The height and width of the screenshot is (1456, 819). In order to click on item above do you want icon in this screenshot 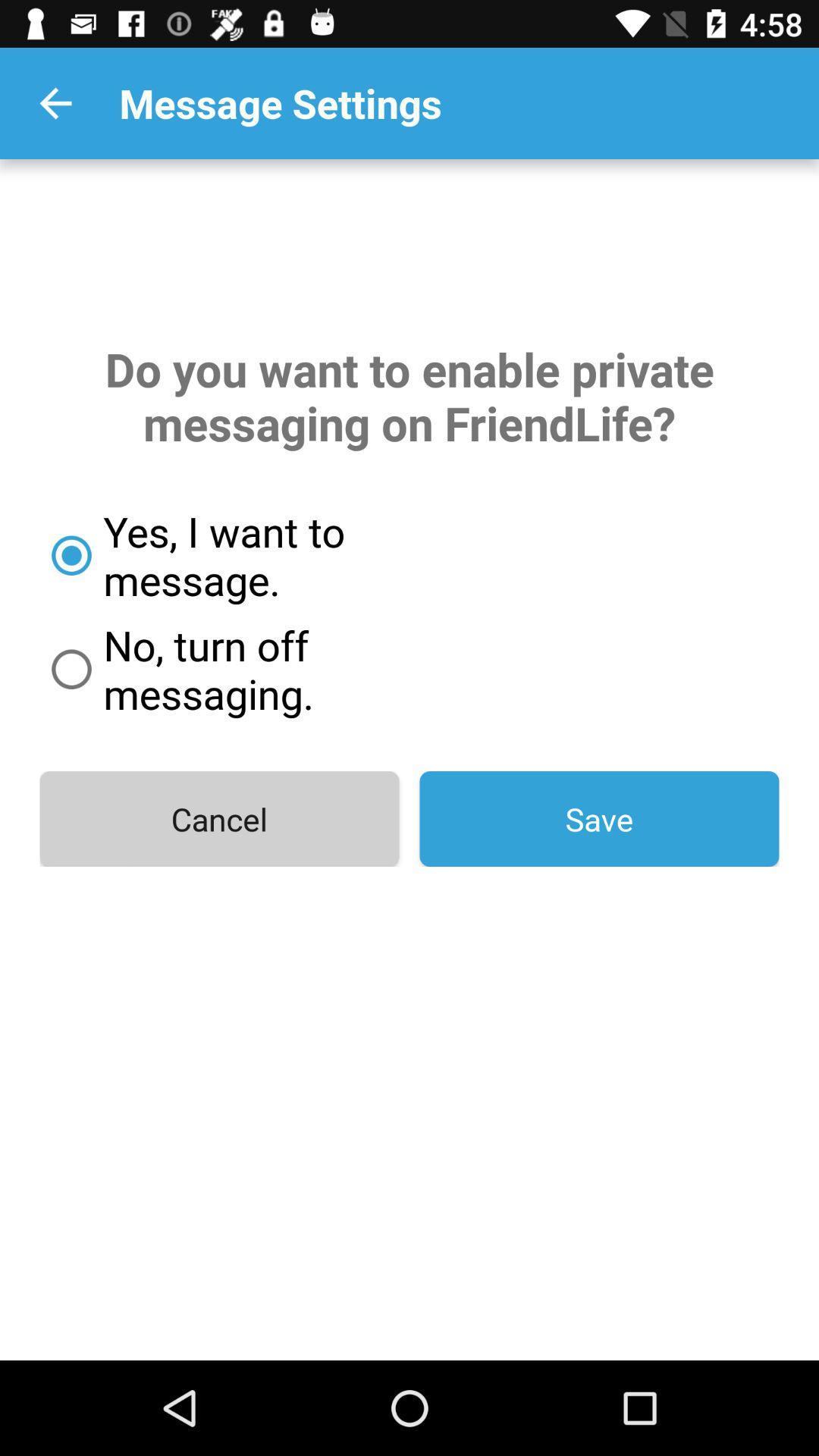, I will do `click(55, 102)`.